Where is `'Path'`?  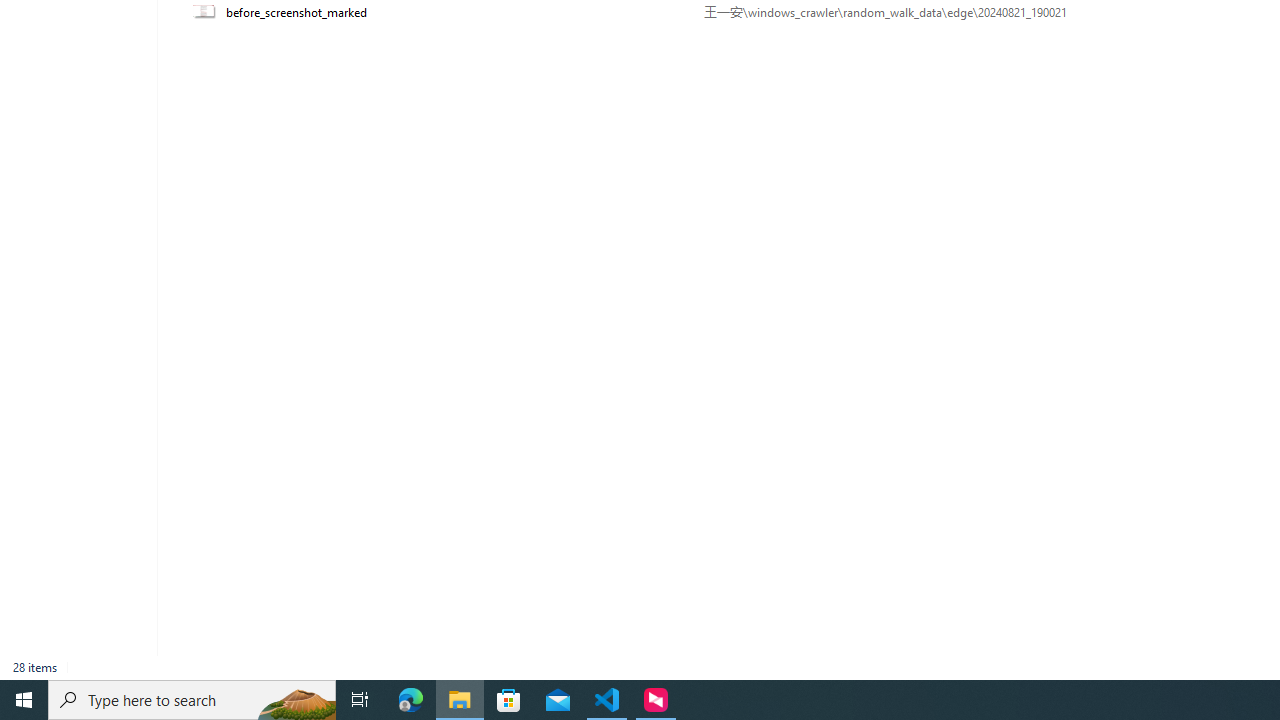
'Path' is located at coordinates (935, 12).